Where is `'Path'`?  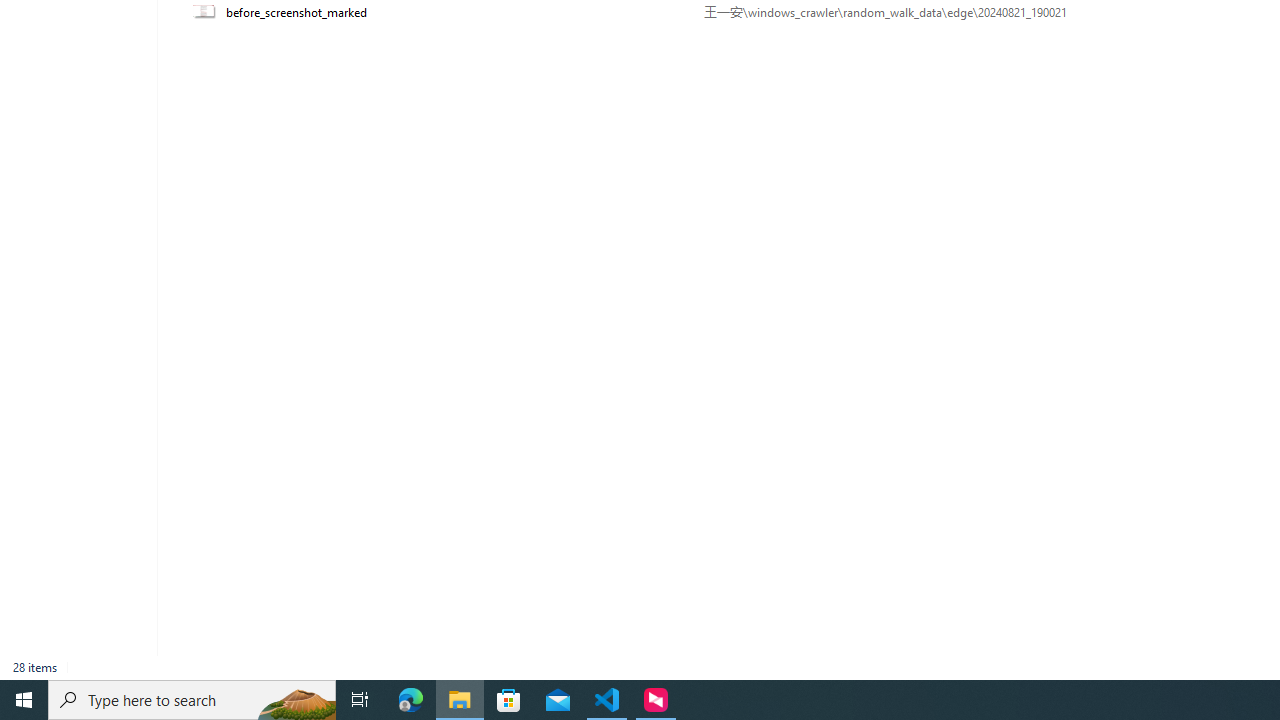
'Path' is located at coordinates (935, 12).